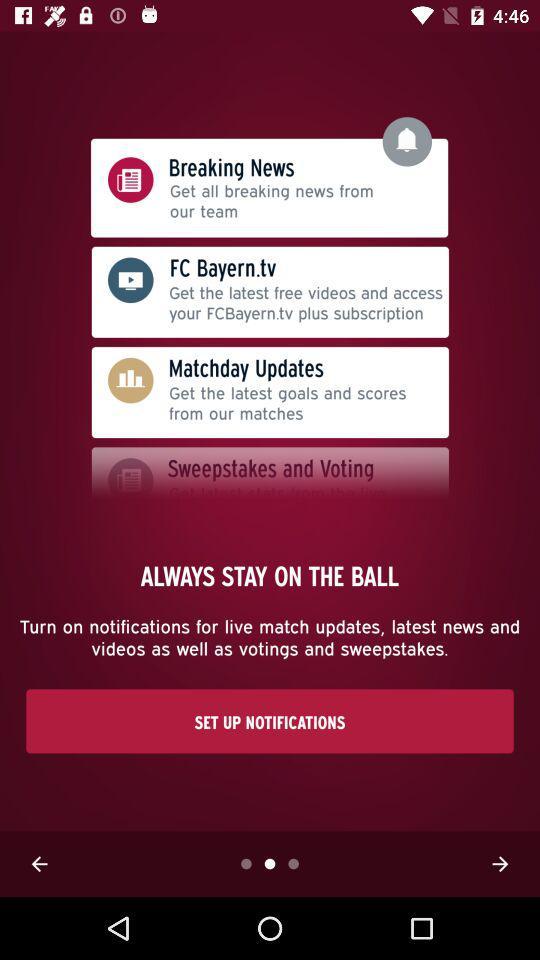  I want to click on go back, so click(39, 863).